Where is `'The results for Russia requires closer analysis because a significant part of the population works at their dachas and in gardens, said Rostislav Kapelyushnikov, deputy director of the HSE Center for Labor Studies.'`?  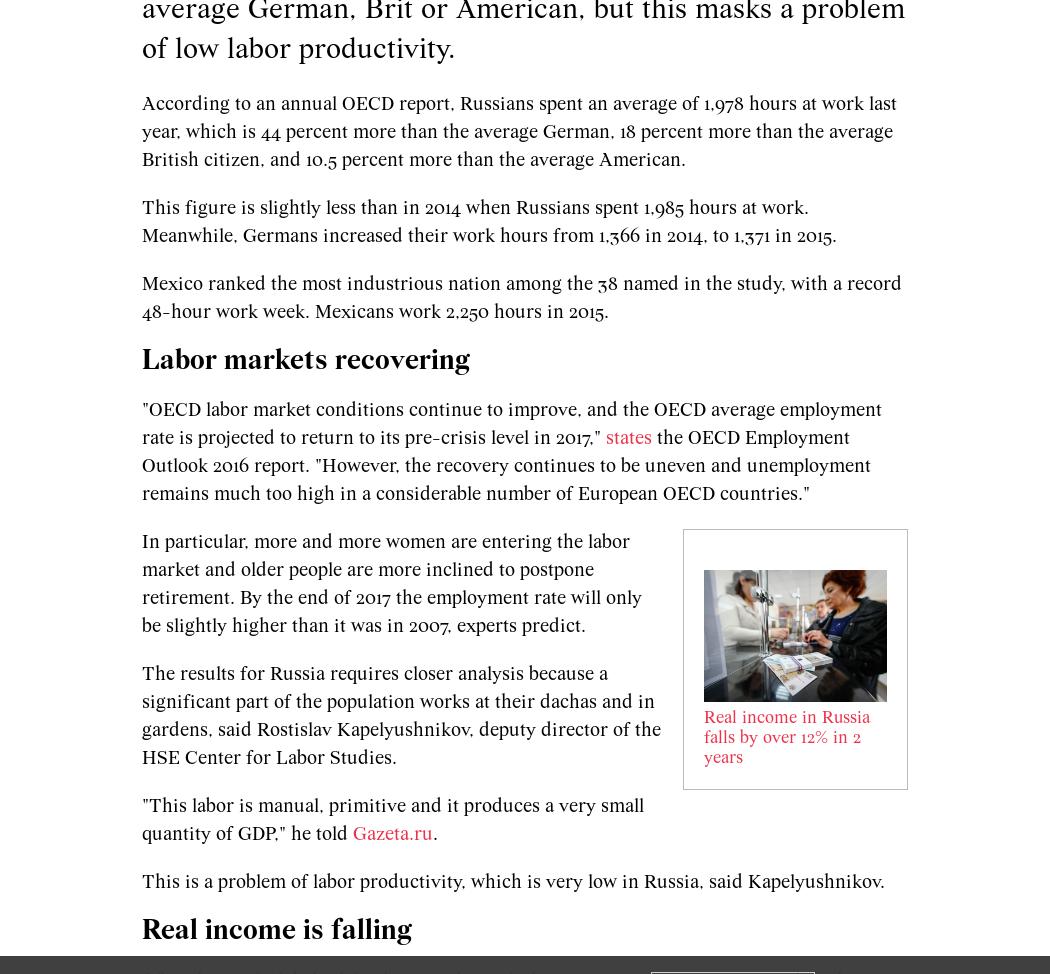 'The results for Russia requires closer analysis because a significant part of the population works at their dachas and in gardens, said Rostislav Kapelyushnikov, deputy director of the HSE Center for Labor Studies.' is located at coordinates (400, 715).